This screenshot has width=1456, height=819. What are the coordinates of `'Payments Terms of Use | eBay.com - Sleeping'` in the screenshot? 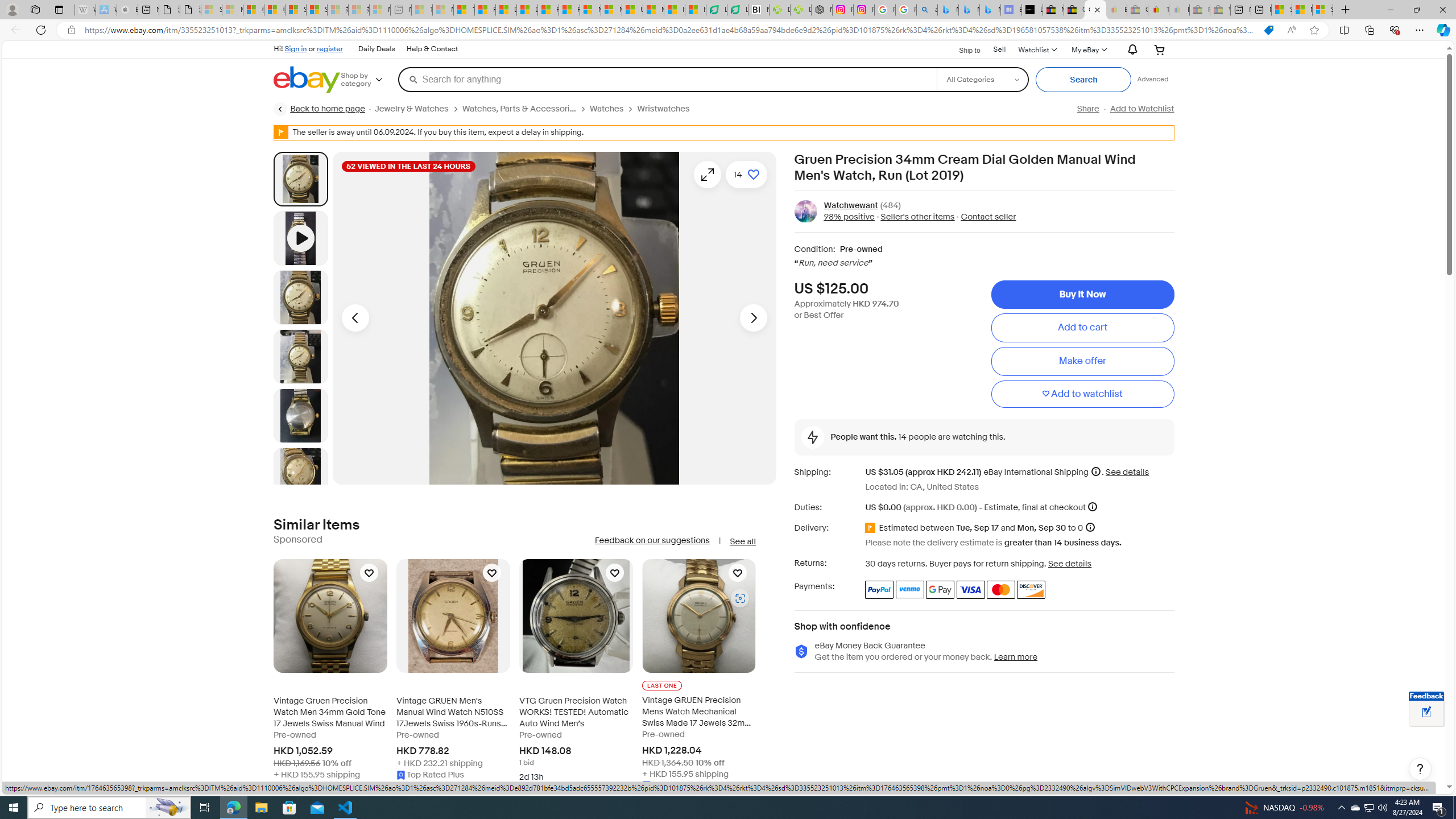 It's located at (1178, 9).